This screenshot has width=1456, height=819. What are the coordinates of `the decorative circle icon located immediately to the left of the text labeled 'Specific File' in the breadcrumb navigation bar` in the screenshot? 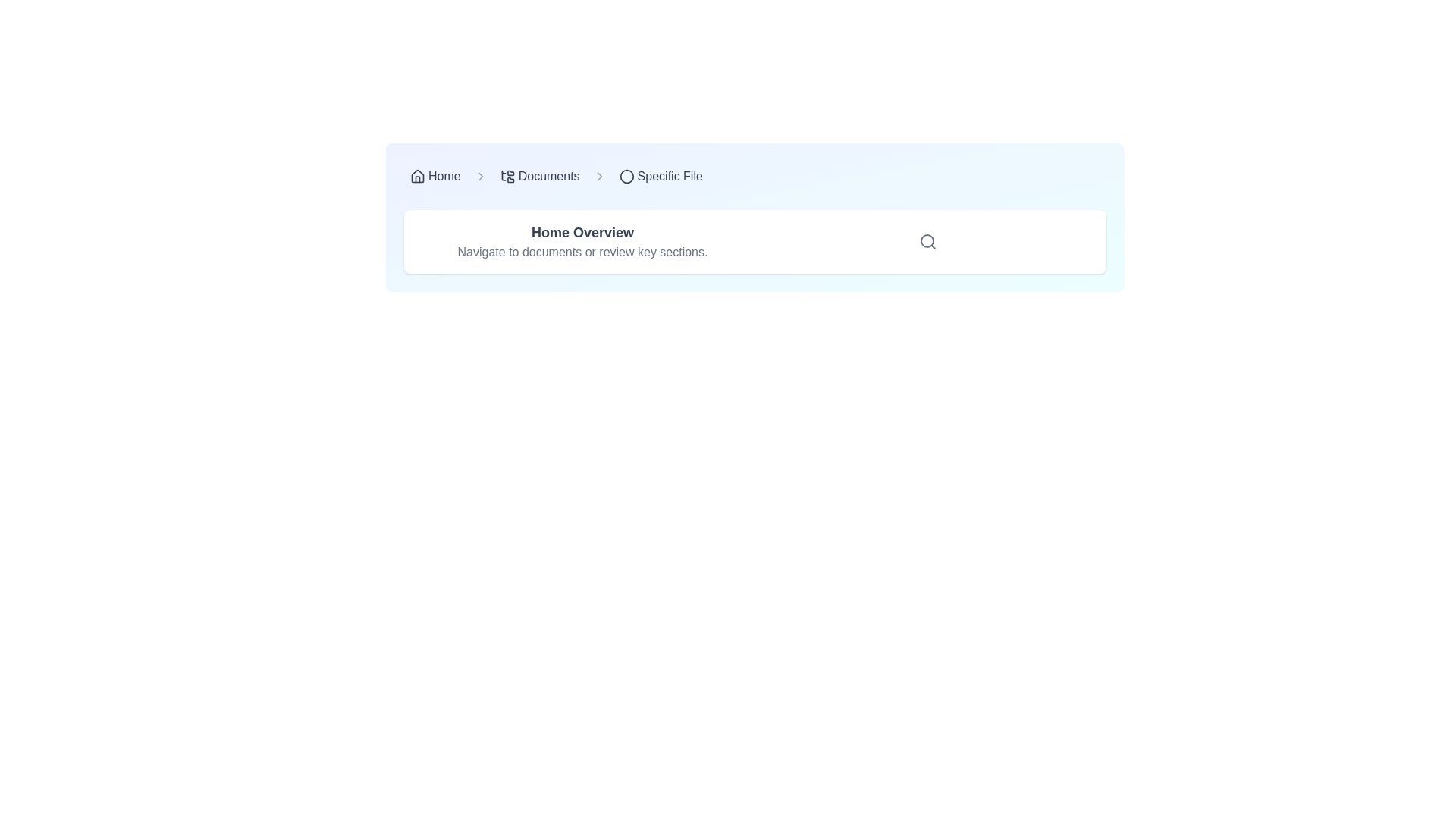 It's located at (626, 175).